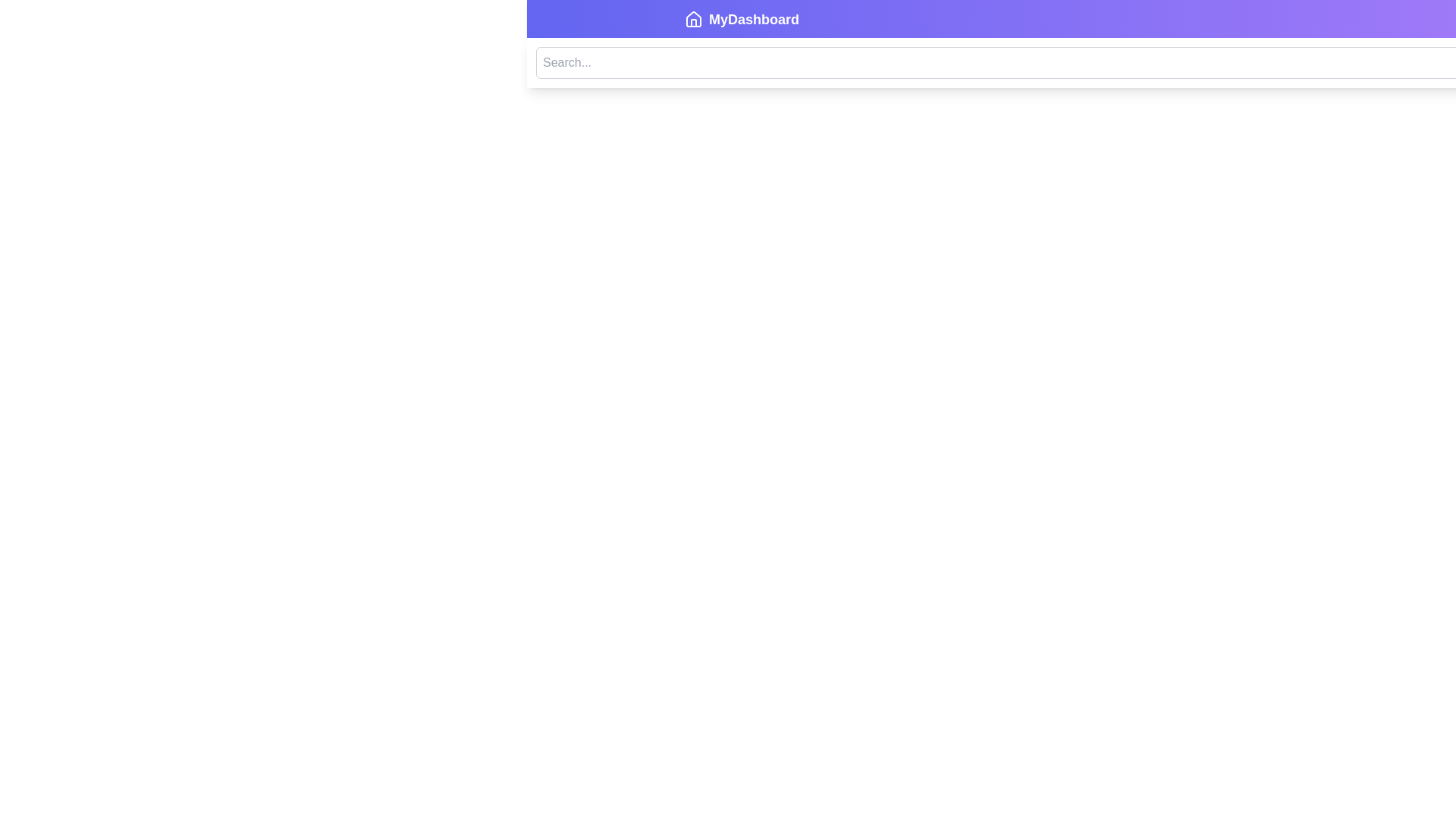 Image resolution: width=1456 pixels, height=819 pixels. I want to click on the Label with Icon that features a house symbol and the text 'MyDashboard', which is styled in bold white font on a purple background, located in the top section of the interface, so click(742, 20).